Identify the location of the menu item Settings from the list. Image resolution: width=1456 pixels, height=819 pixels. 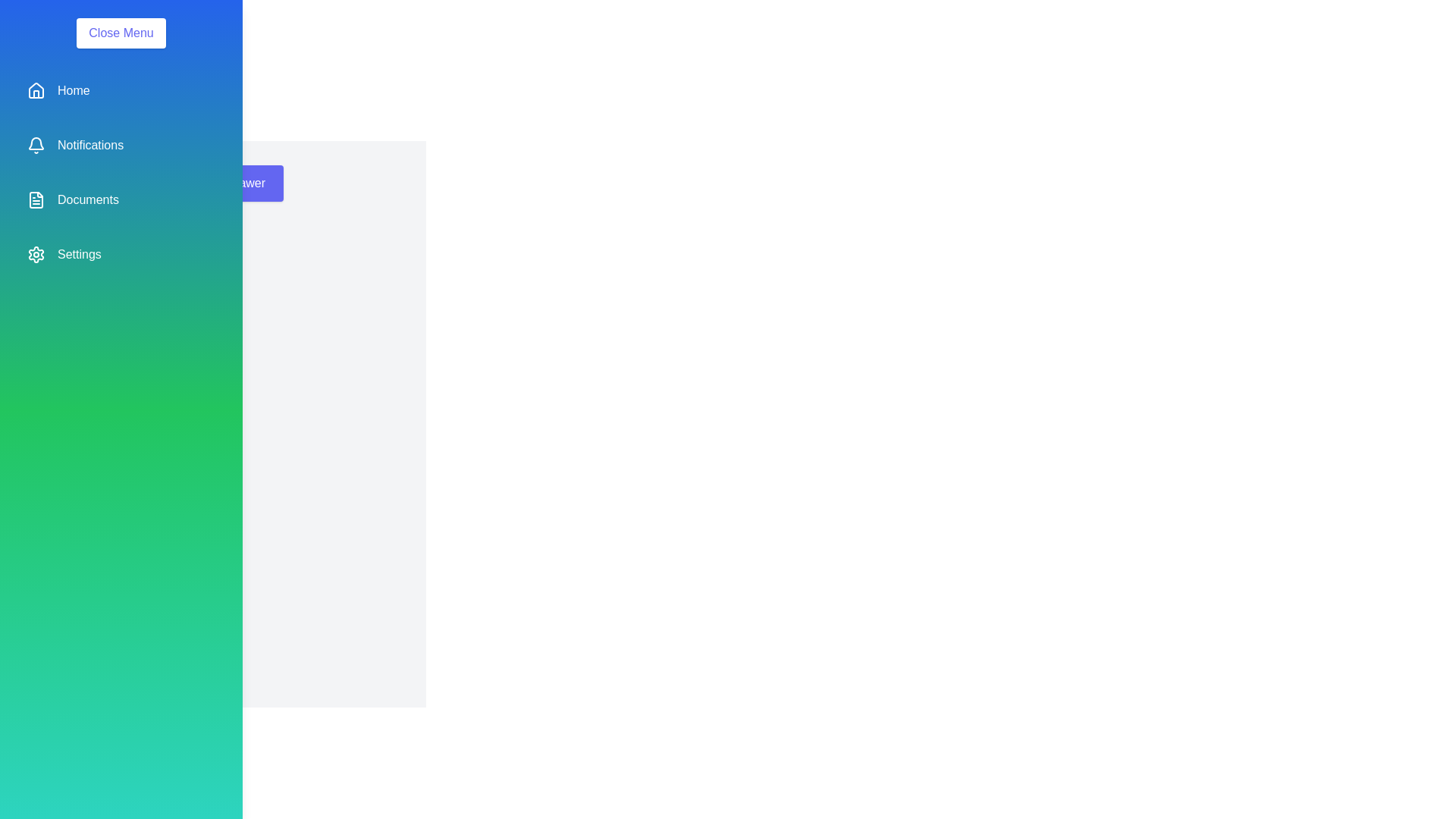
(120, 253).